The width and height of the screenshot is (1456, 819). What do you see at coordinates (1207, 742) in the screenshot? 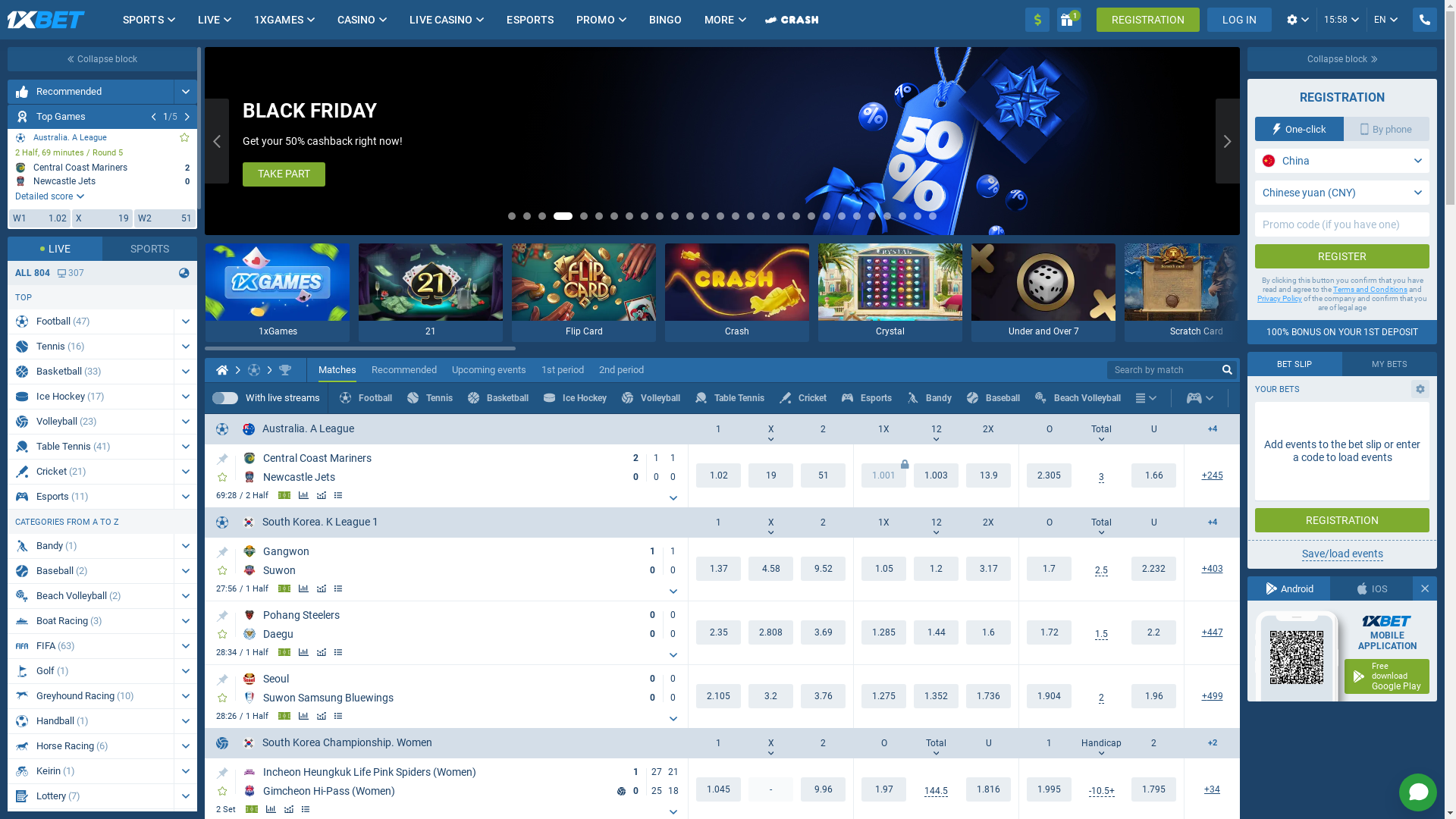
I see `'+2'` at bounding box center [1207, 742].